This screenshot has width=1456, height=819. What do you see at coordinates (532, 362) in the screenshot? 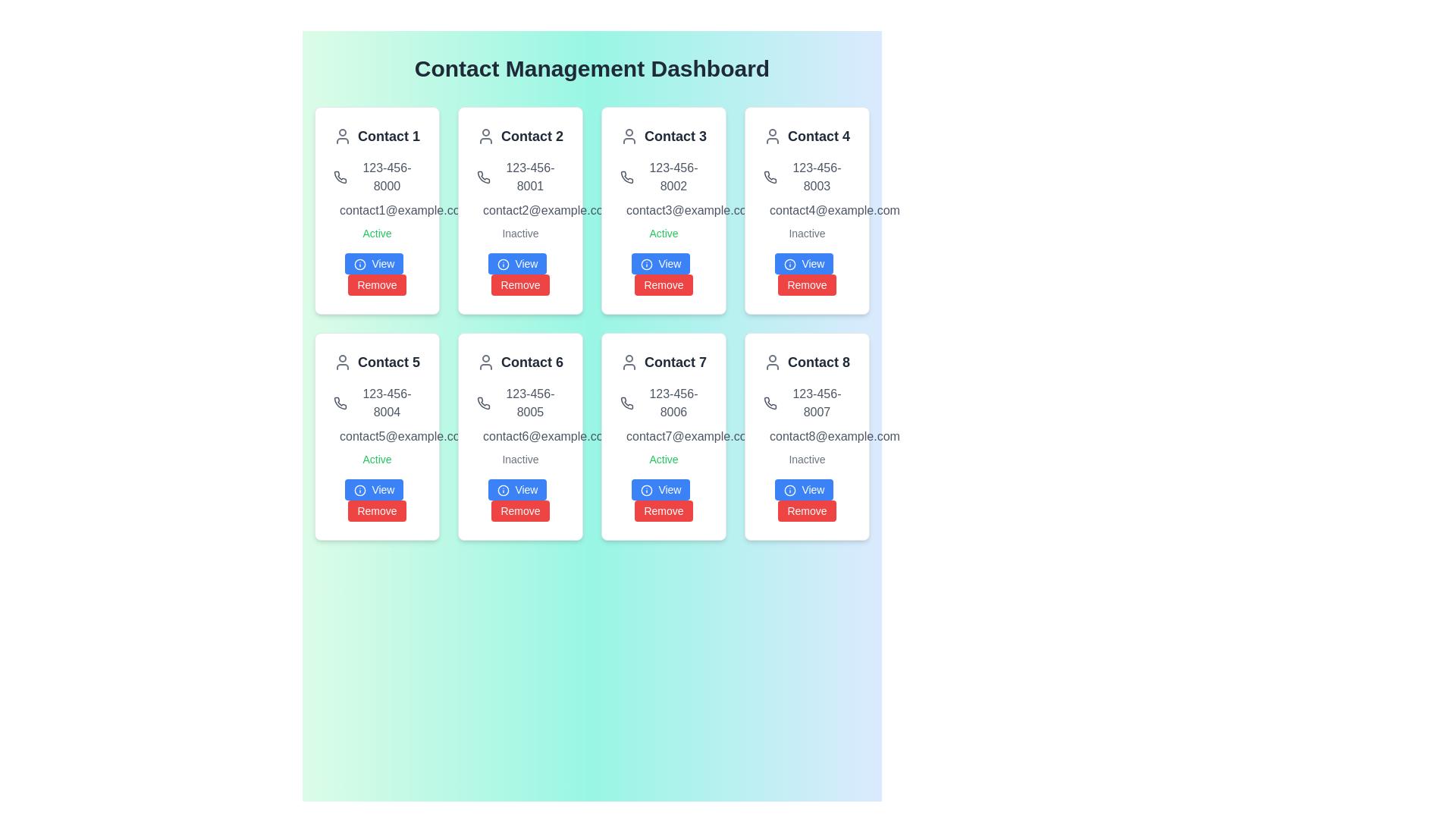
I see `the static text label indicating the name or identifier of a contact in the second row, second column of the 'Contact Management Dashboard' interface` at bounding box center [532, 362].